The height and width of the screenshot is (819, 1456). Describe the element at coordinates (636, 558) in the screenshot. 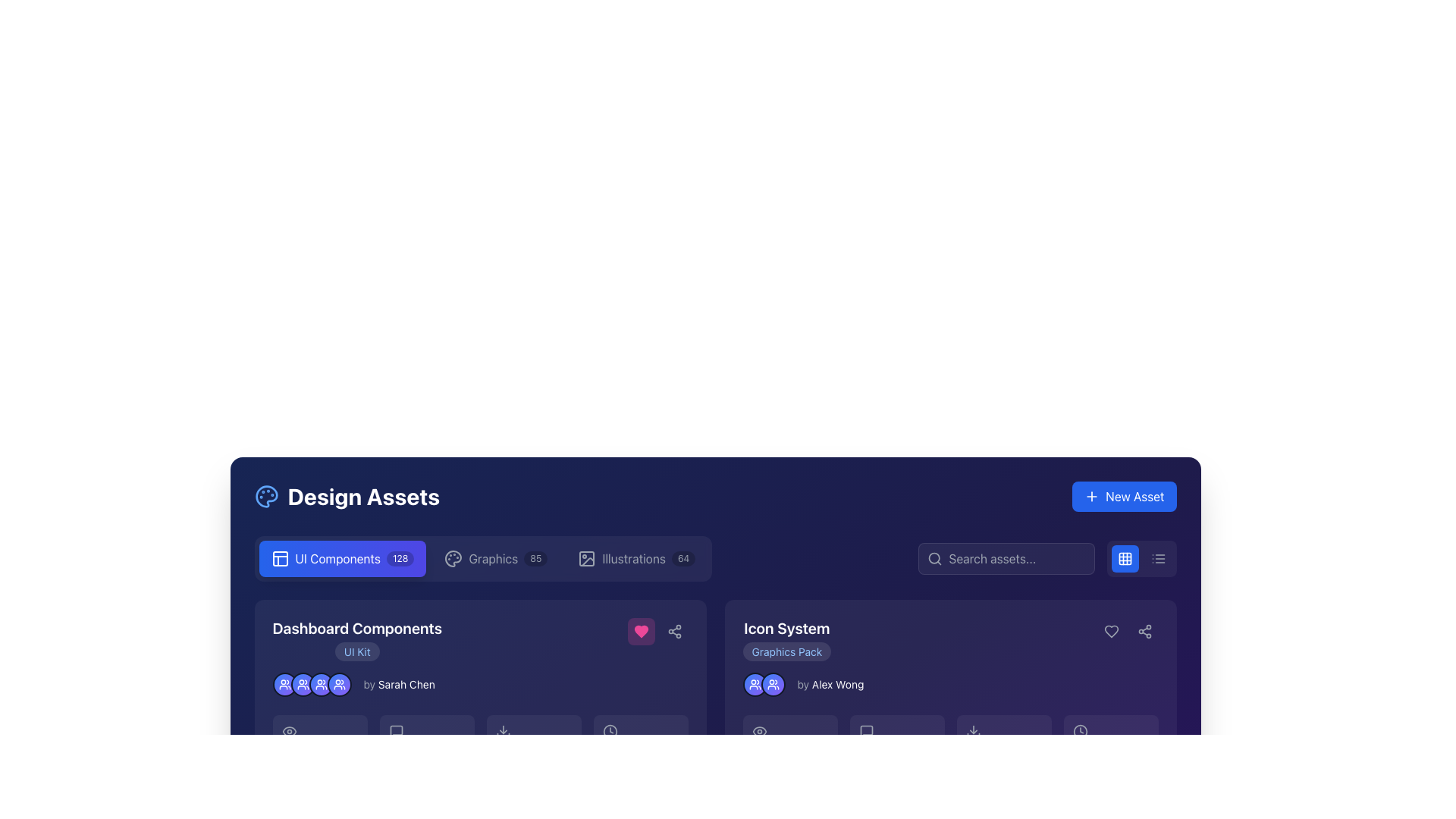

I see `the navigation button with a badge labeled 'Illustrations'` at that location.